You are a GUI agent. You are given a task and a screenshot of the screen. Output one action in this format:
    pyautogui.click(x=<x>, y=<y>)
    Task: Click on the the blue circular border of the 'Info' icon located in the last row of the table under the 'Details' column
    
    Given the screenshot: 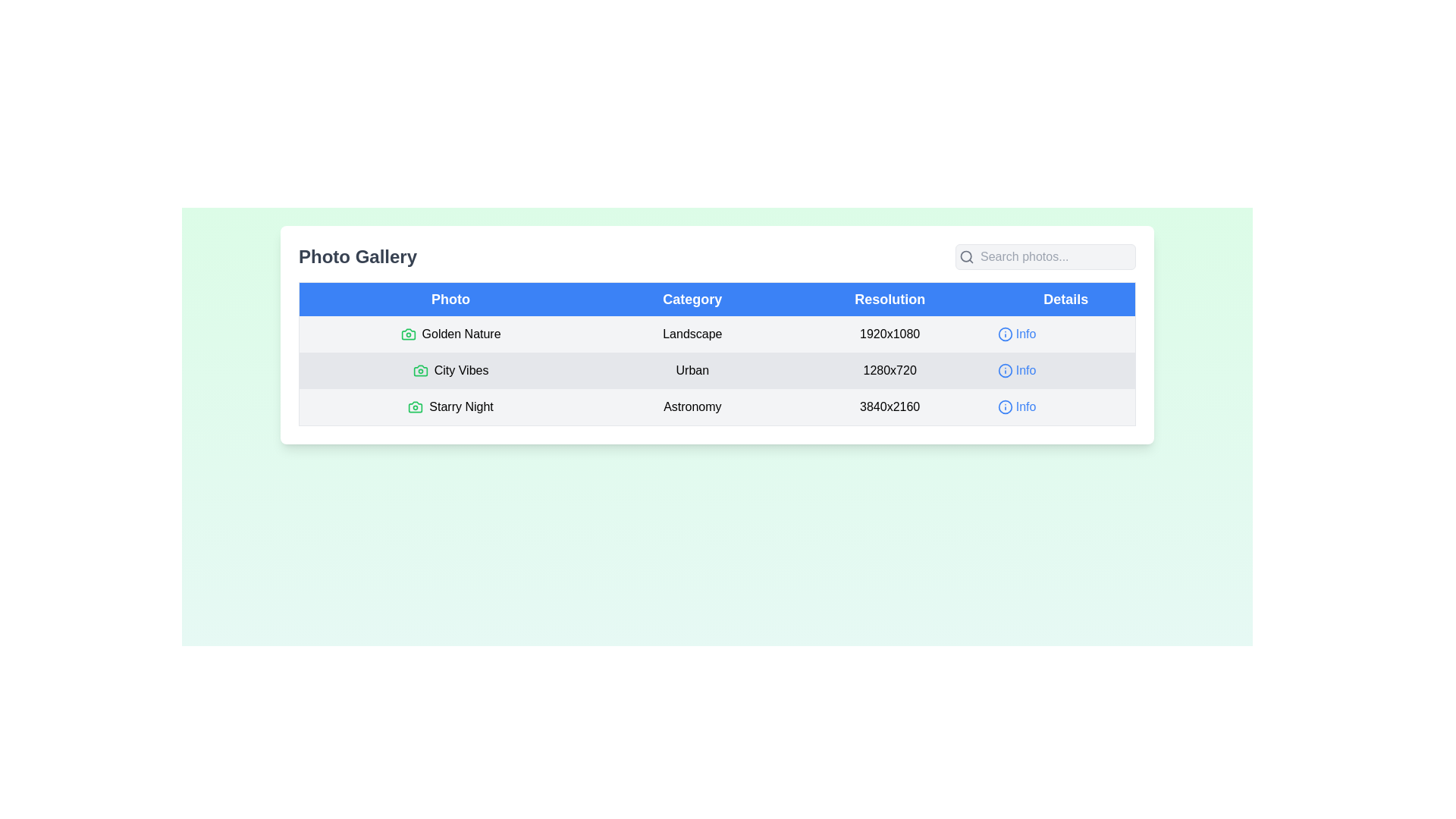 What is the action you would take?
    pyautogui.click(x=1005, y=406)
    